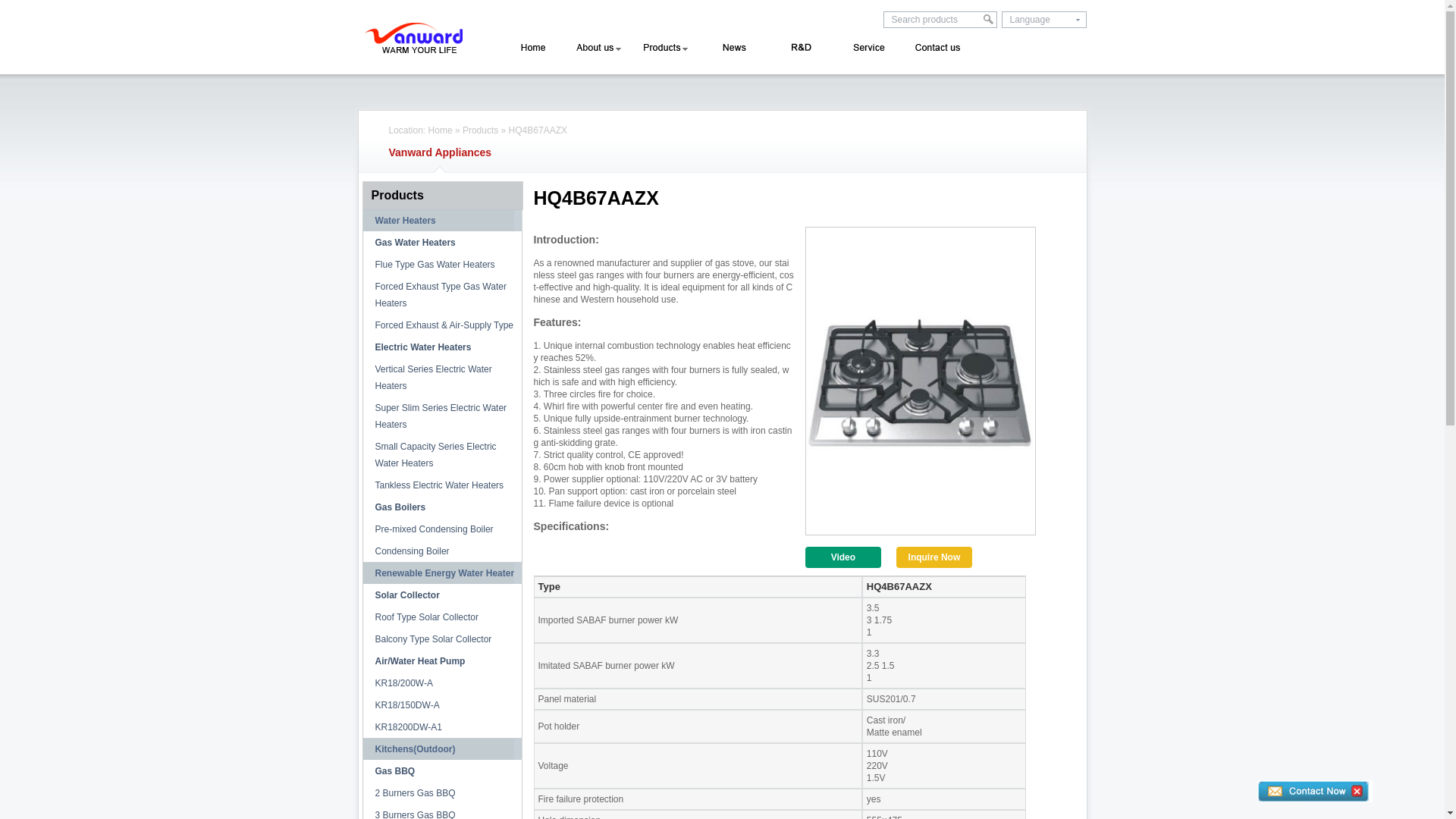  I want to click on 'Renewable Energy Water Heater', so click(441, 573).